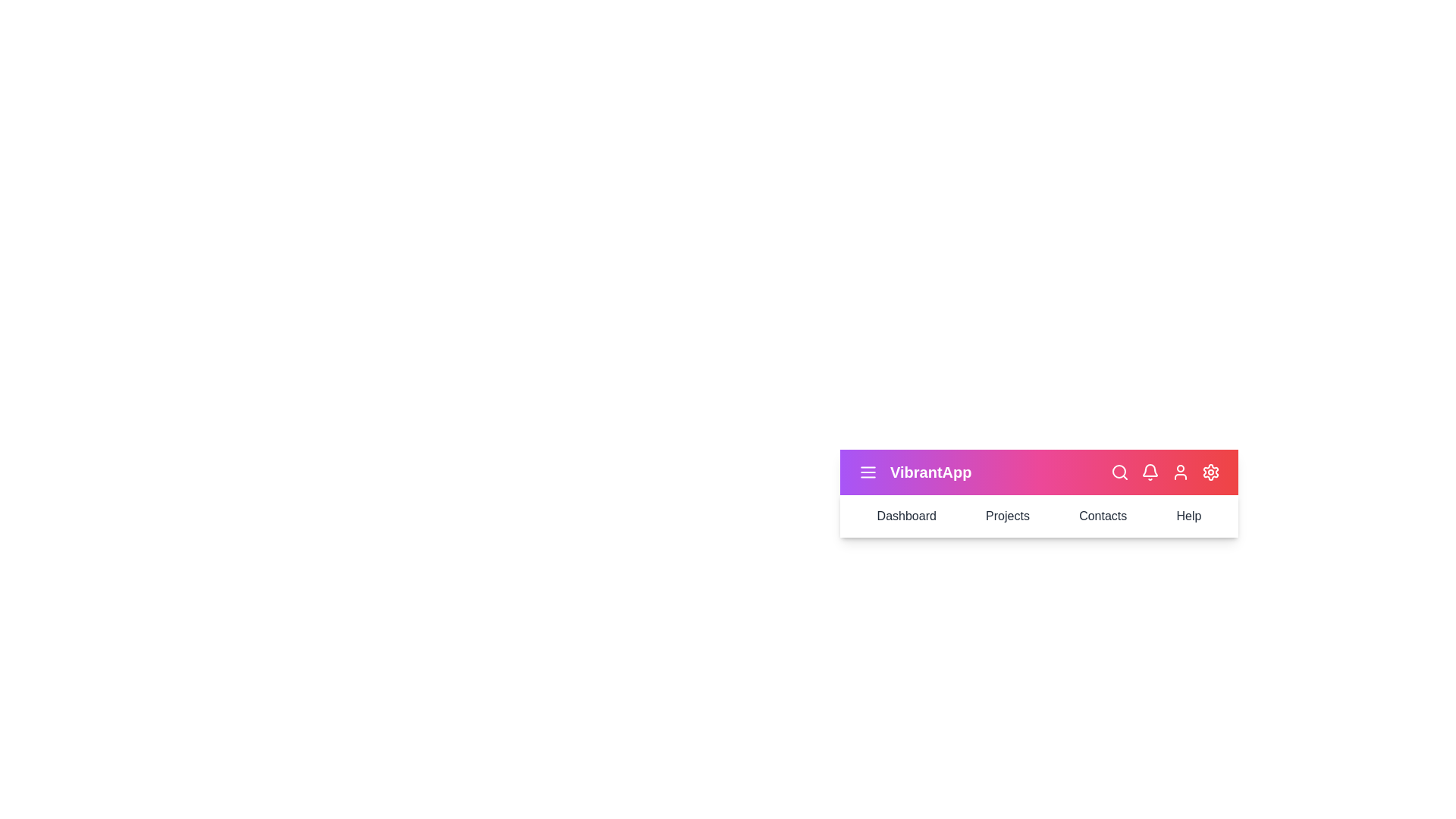 This screenshot has height=819, width=1456. Describe the element at coordinates (1103, 516) in the screenshot. I see `the menu option labeled Contacts` at that location.